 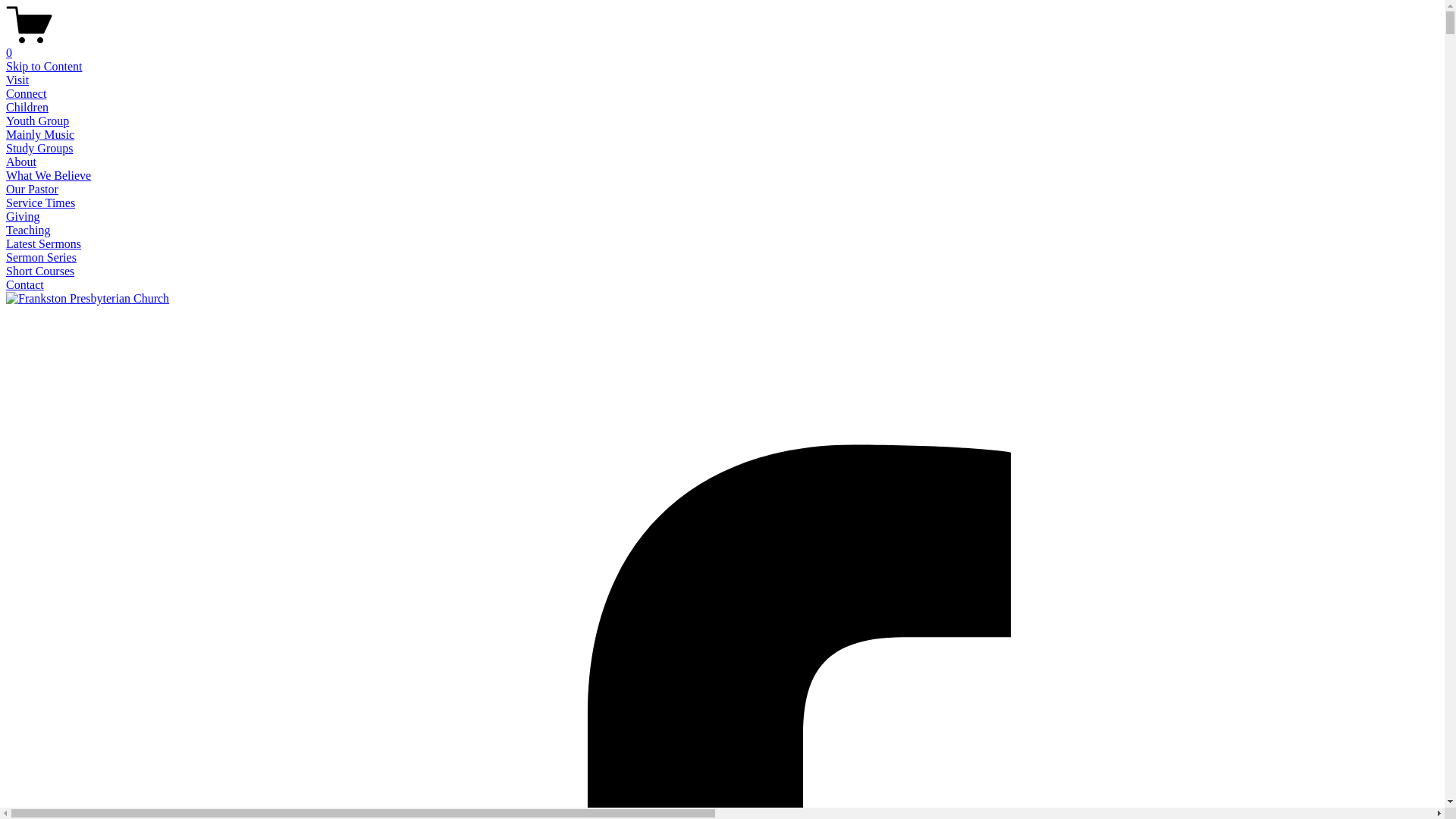 I want to click on 'Visit', so click(x=17, y=80).